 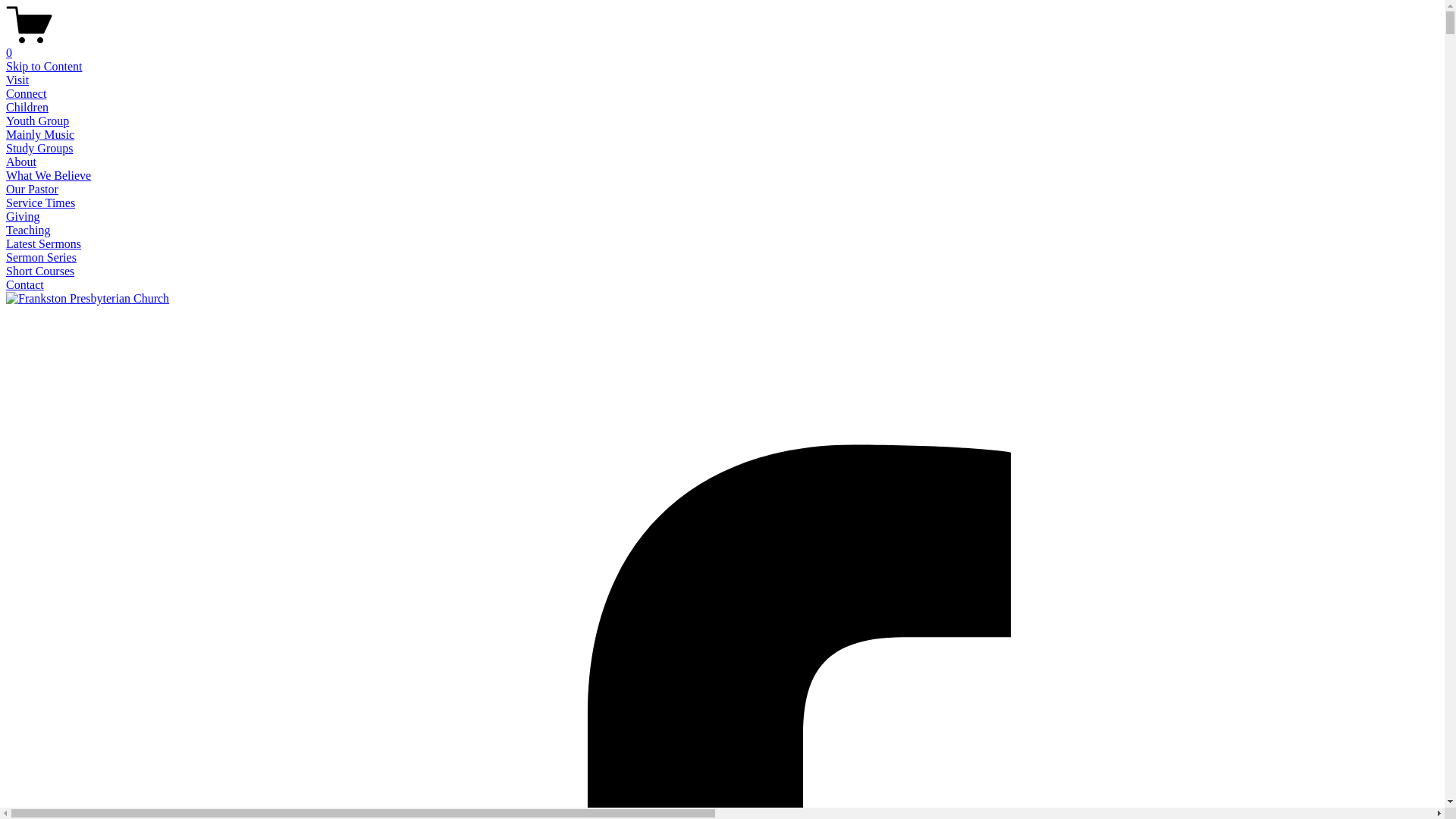 I want to click on 'Visit', so click(x=17, y=80).